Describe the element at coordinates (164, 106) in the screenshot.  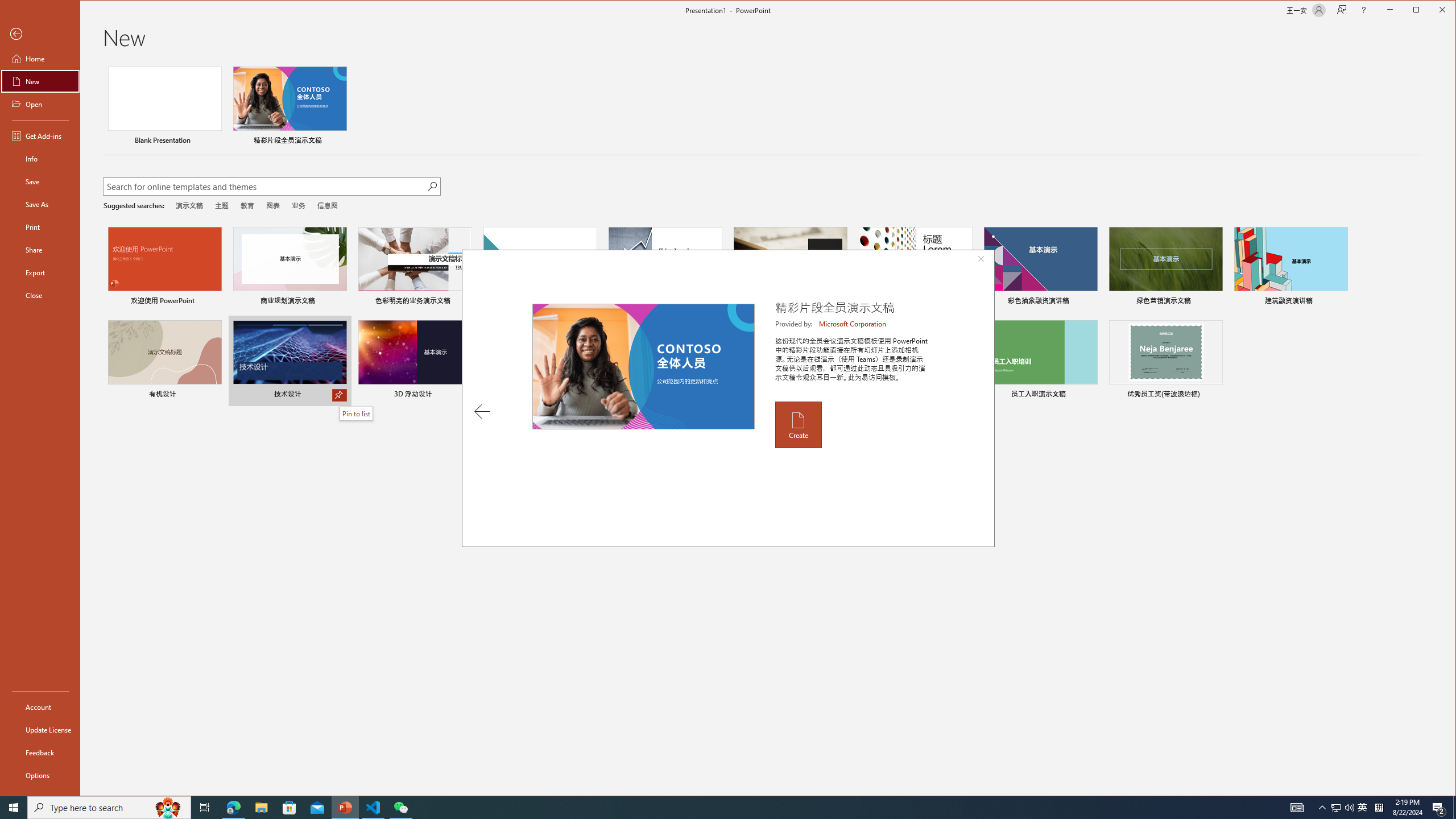
I see `'Blank Presentation'` at that location.